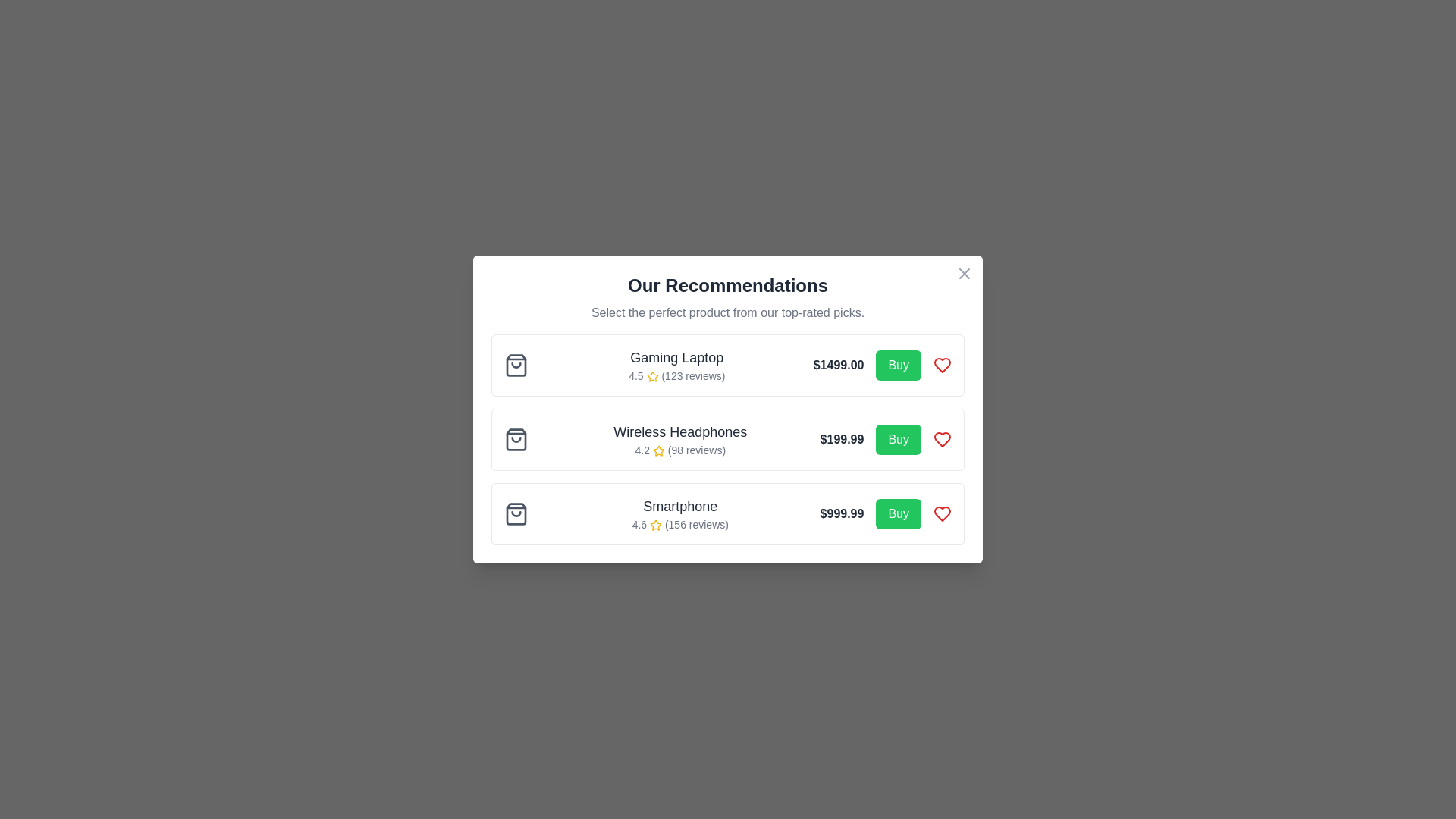  I want to click on the star rating icon located to the left of the text '4.6 (156 reviews)' for the product 'Smartphone' in the bottom row of the recommendation list, so click(655, 525).